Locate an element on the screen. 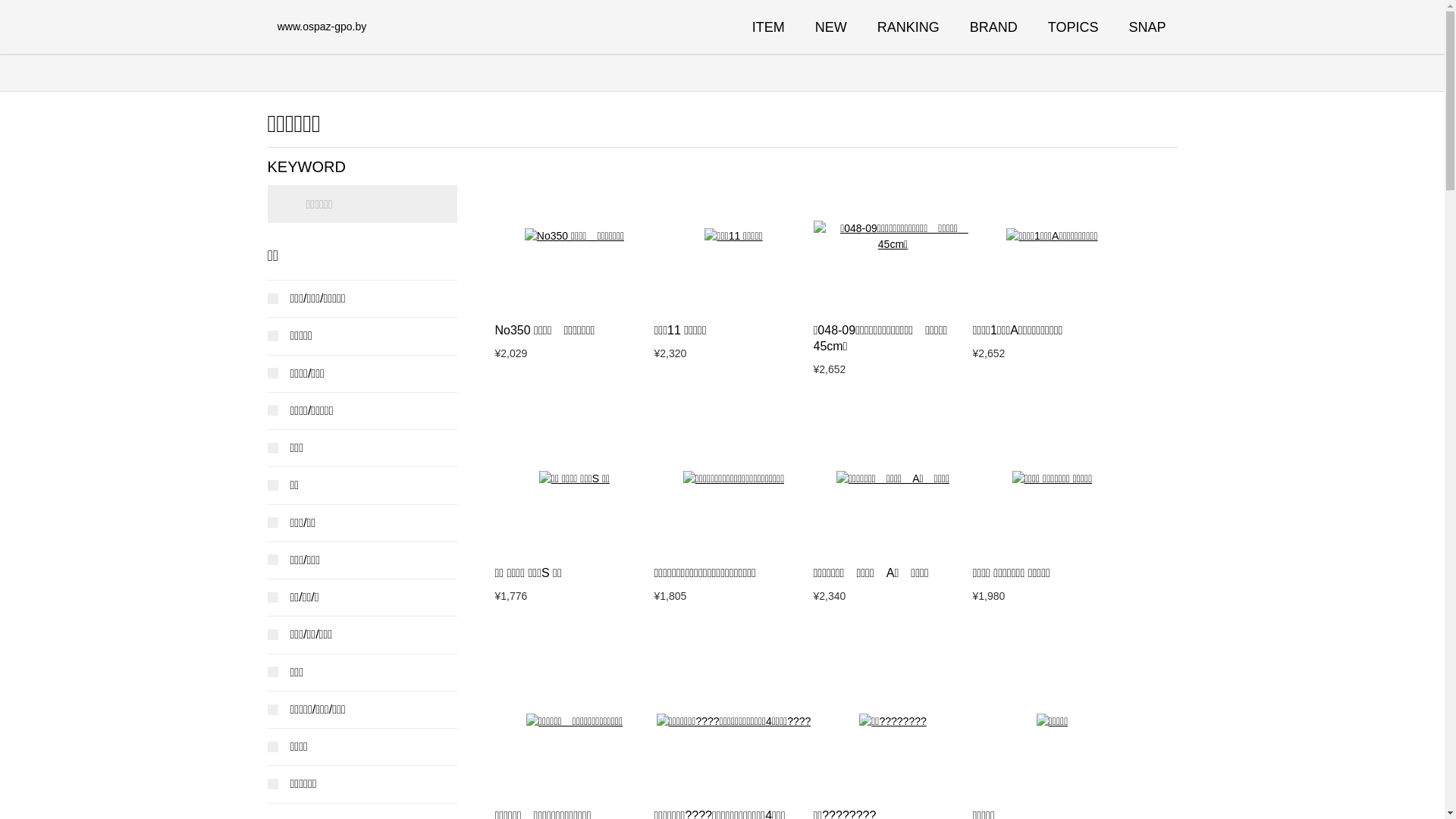 This screenshot has height=819, width=1456. 'SNAP' is located at coordinates (1147, 27).